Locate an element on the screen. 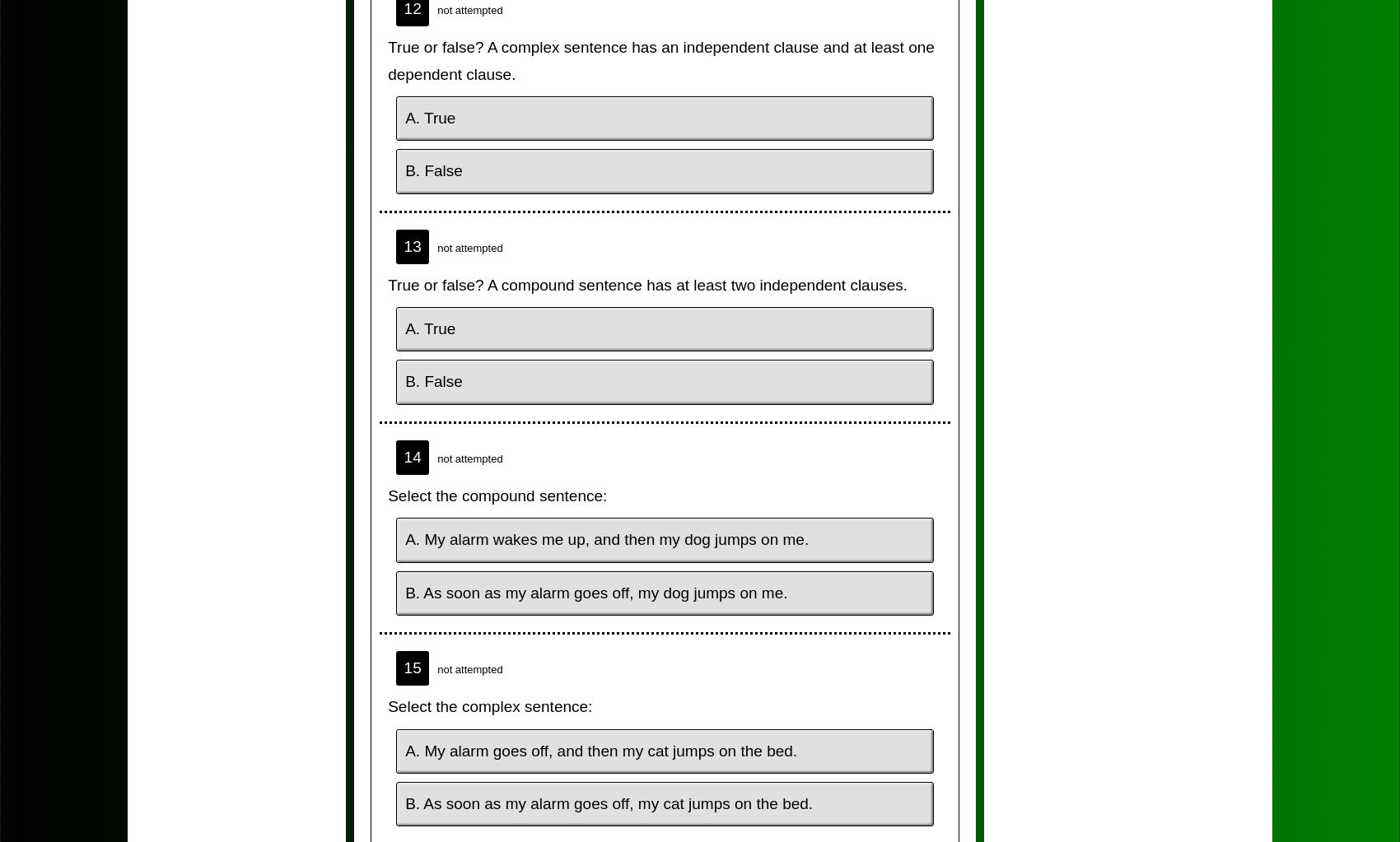  'A. My alarm wakes me up, and then my dog jumps on me.' is located at coordinates (606, 539).